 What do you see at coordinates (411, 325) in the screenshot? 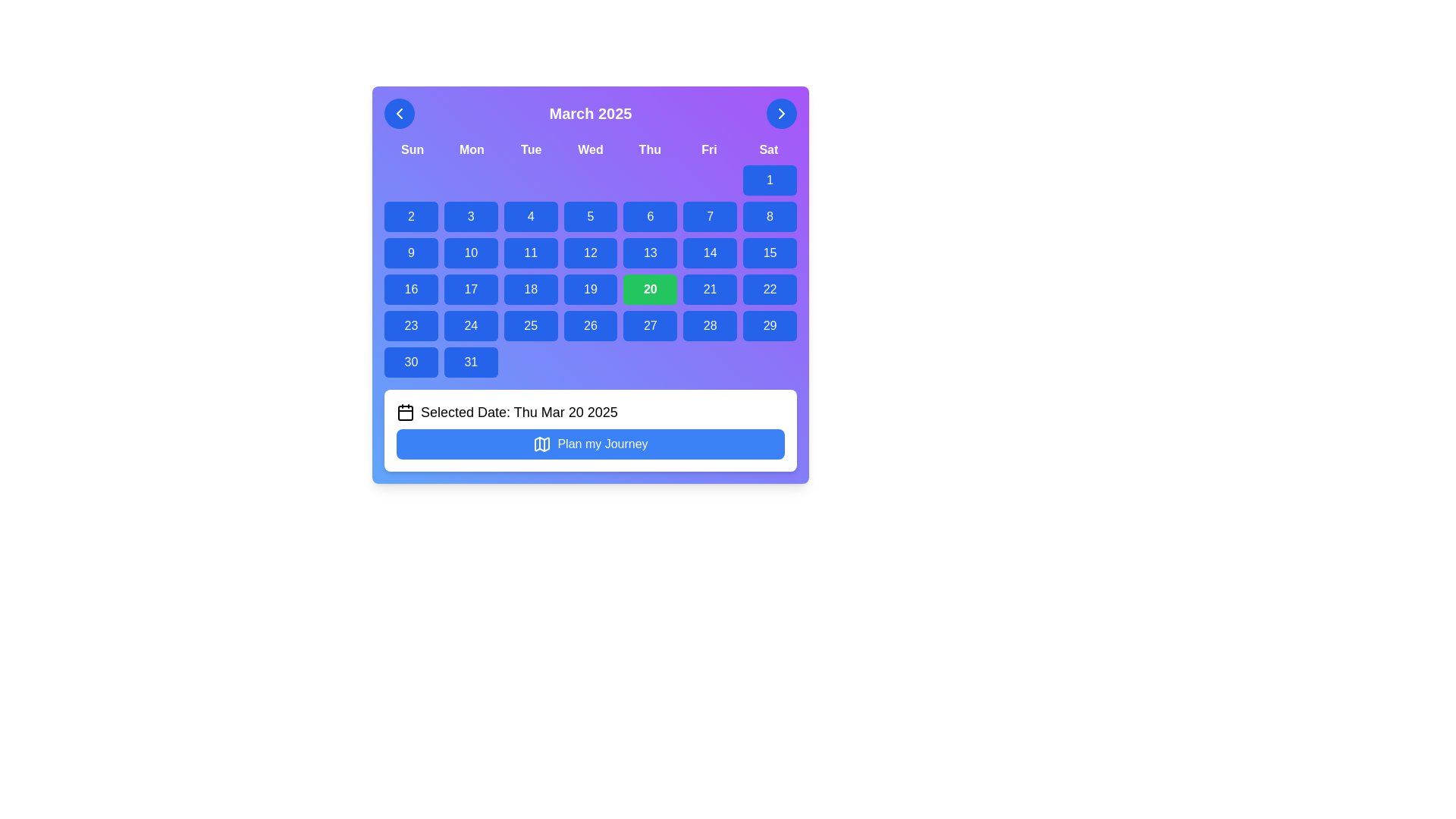
I see `the button representing the 23rd day of the month in the calendar layout` at bounding box center [411, 325].